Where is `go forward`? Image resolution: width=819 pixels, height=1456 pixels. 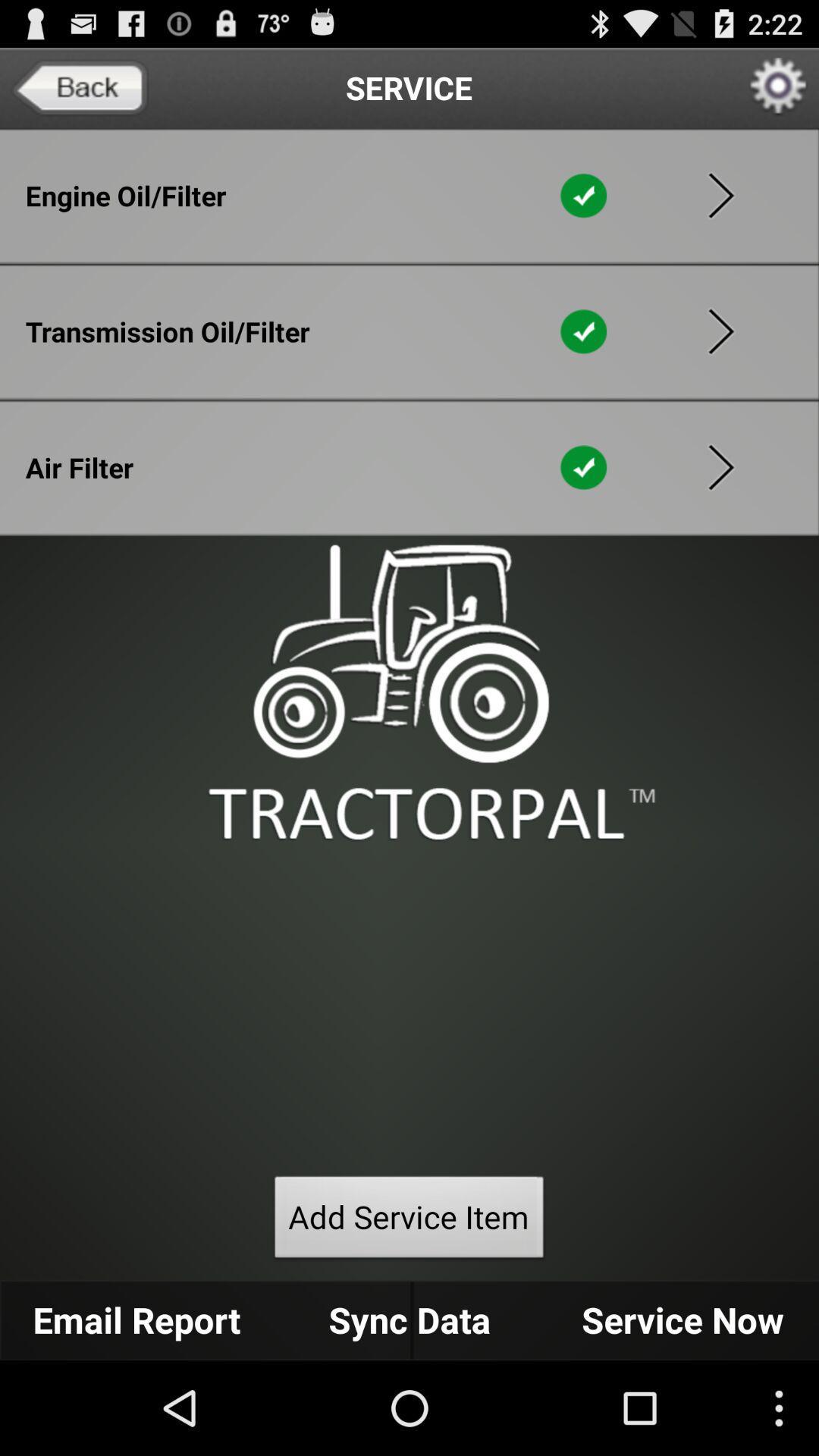
go forward is located at coordinates (720, 466).